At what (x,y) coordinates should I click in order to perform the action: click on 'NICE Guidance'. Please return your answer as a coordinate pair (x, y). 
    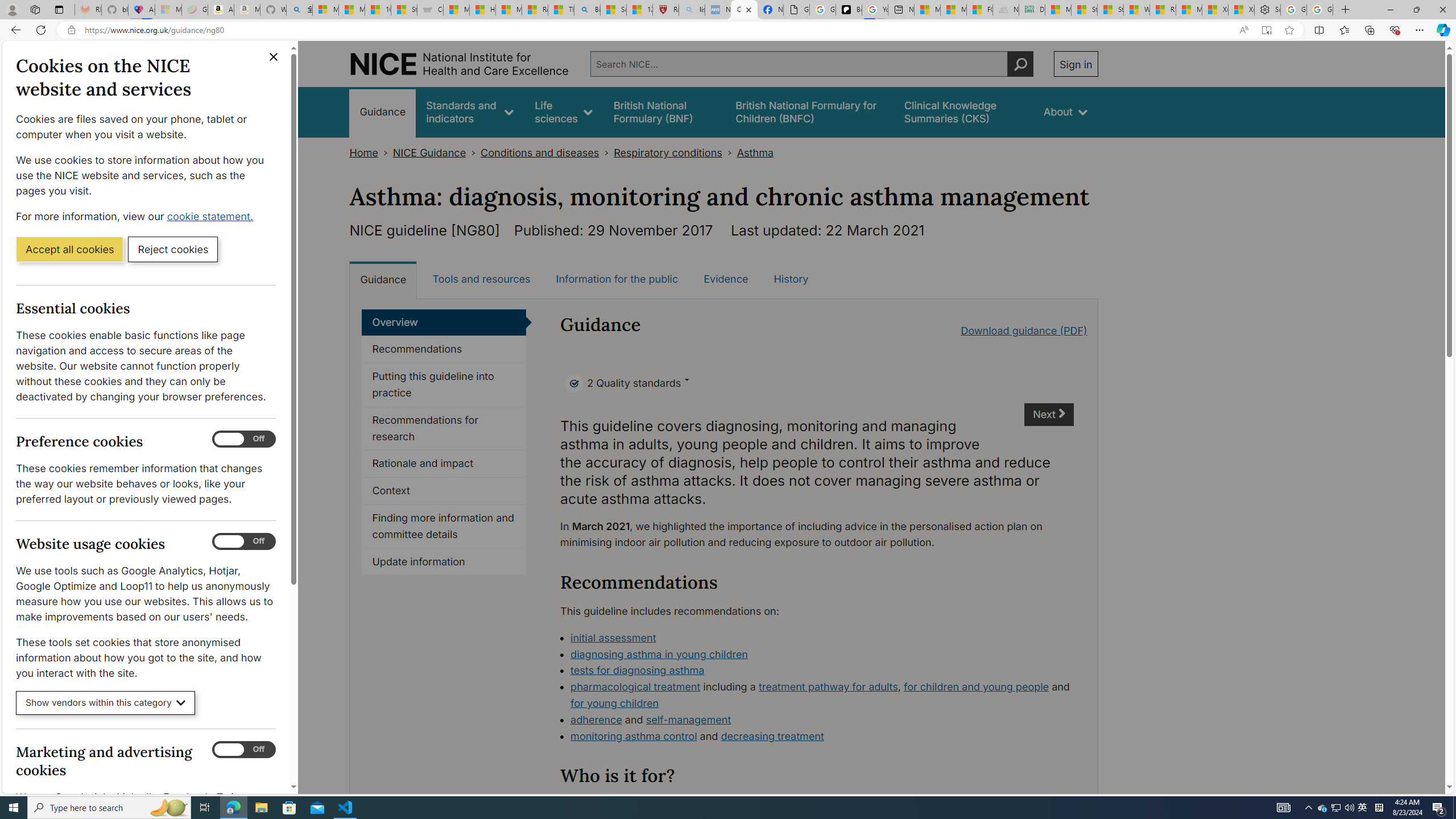
    Looking at the image, I should click on (429, 152).